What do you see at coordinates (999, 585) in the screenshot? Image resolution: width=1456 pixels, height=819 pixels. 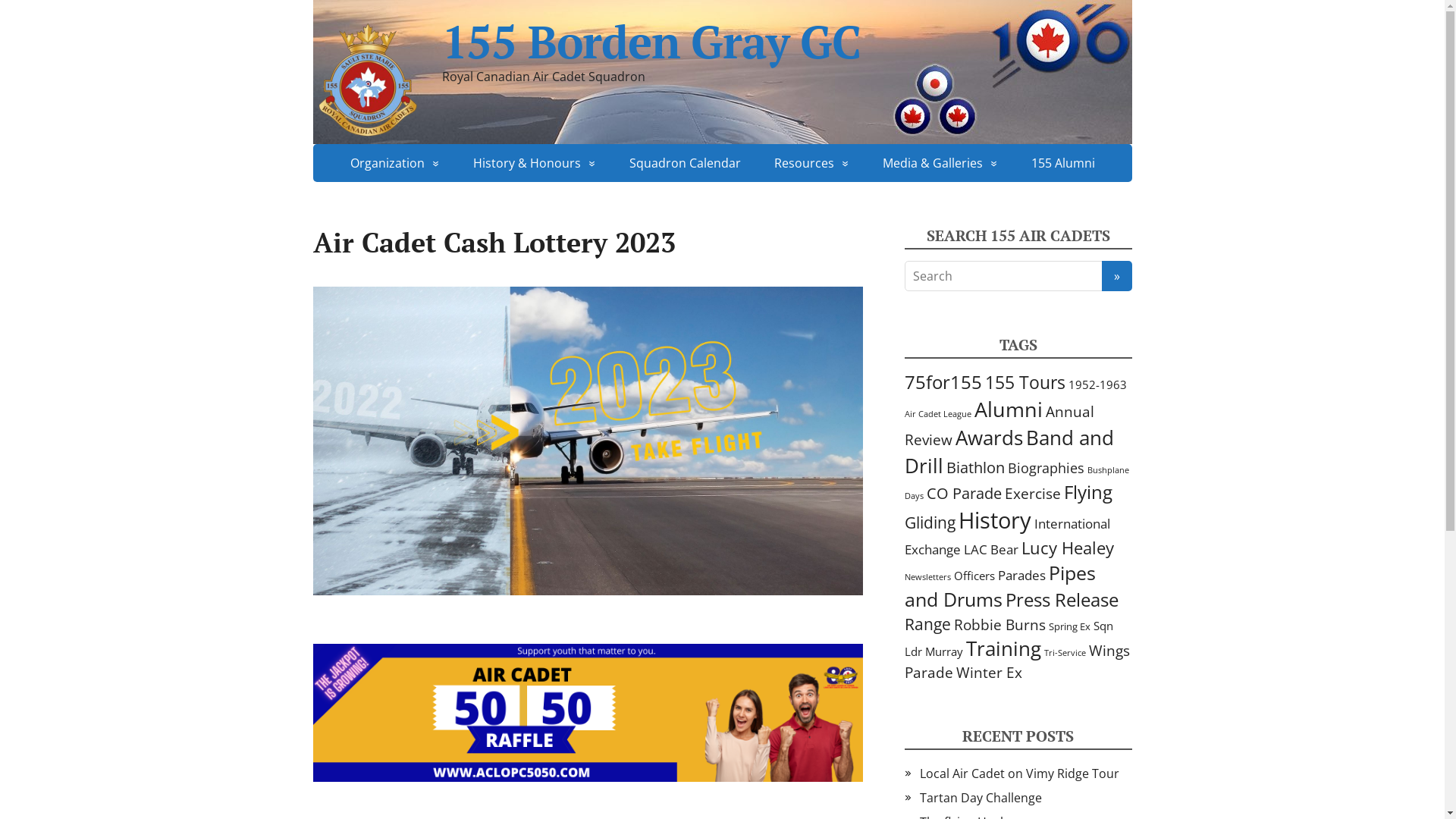 I see `'Pipes and Drums'` at bounding box center [999, 585].